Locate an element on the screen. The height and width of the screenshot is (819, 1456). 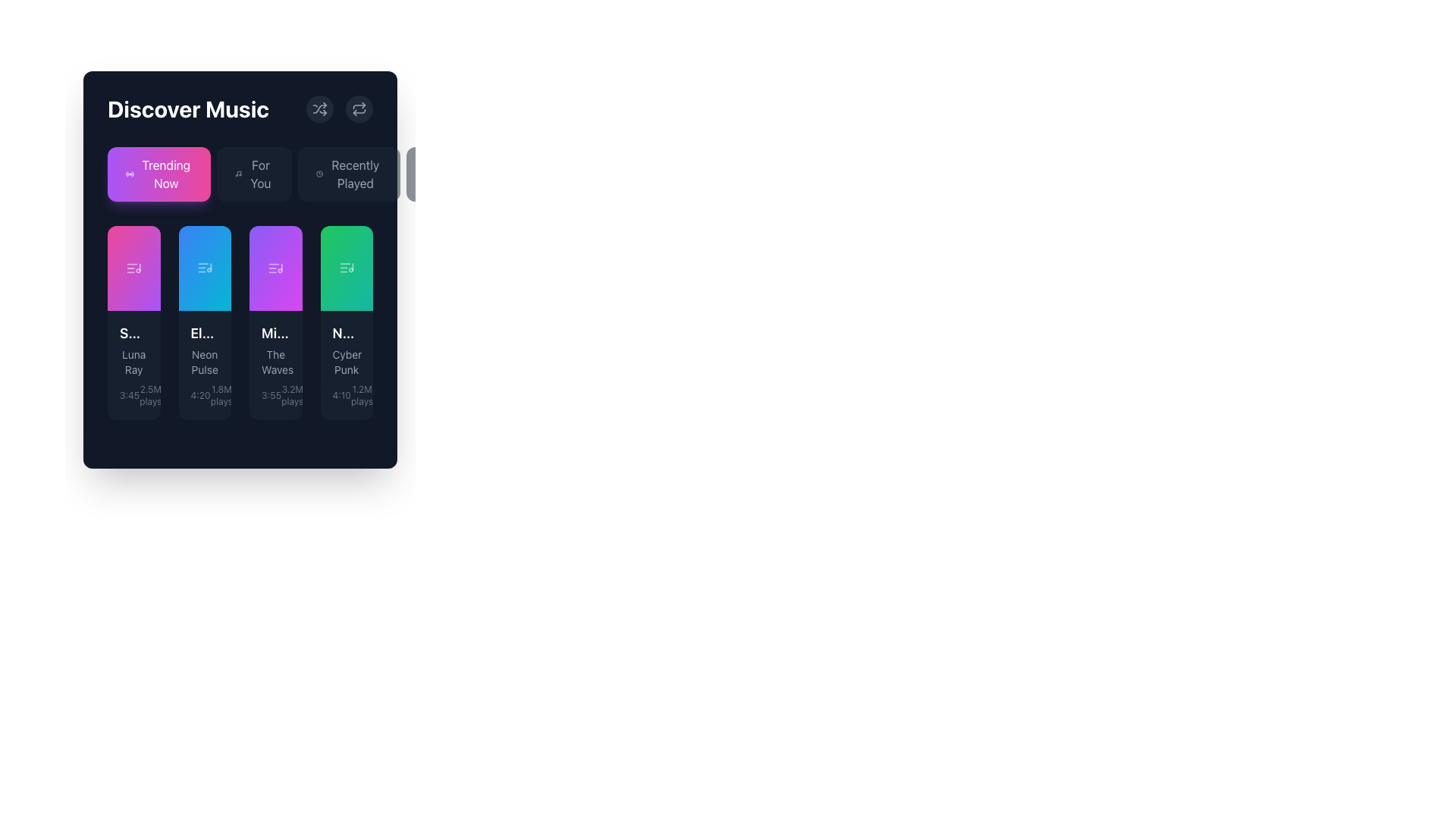
the text label displaying 'Cyber Punk' which is styled in gray color and positioned within a dark-themed card, located below 'Neon City' and above '4:10 - 1.2M plays' is located at coordinates (346, 362).